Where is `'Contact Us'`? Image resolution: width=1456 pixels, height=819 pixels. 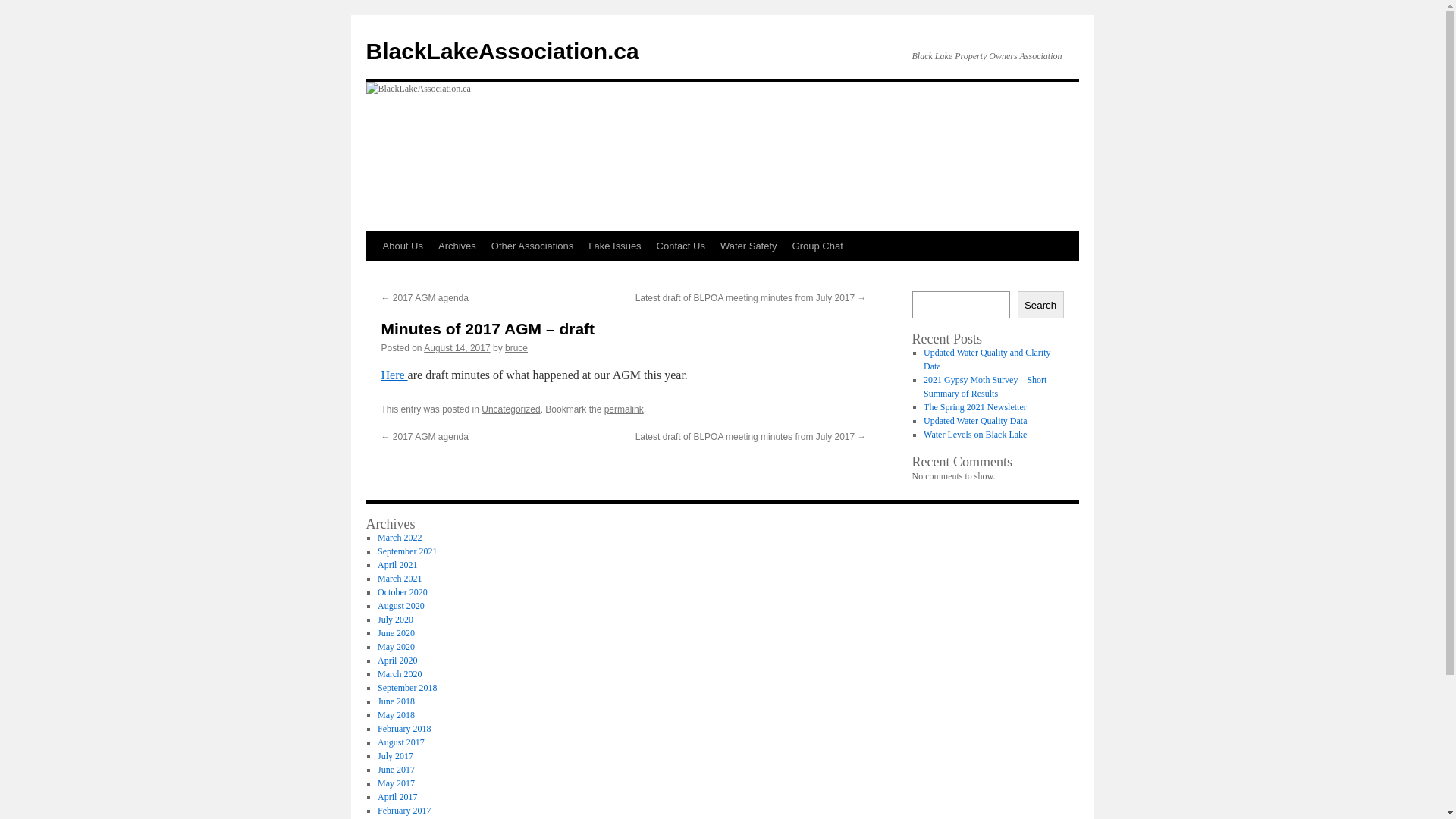 'Contact Us' is located at coordinates (679, 245).